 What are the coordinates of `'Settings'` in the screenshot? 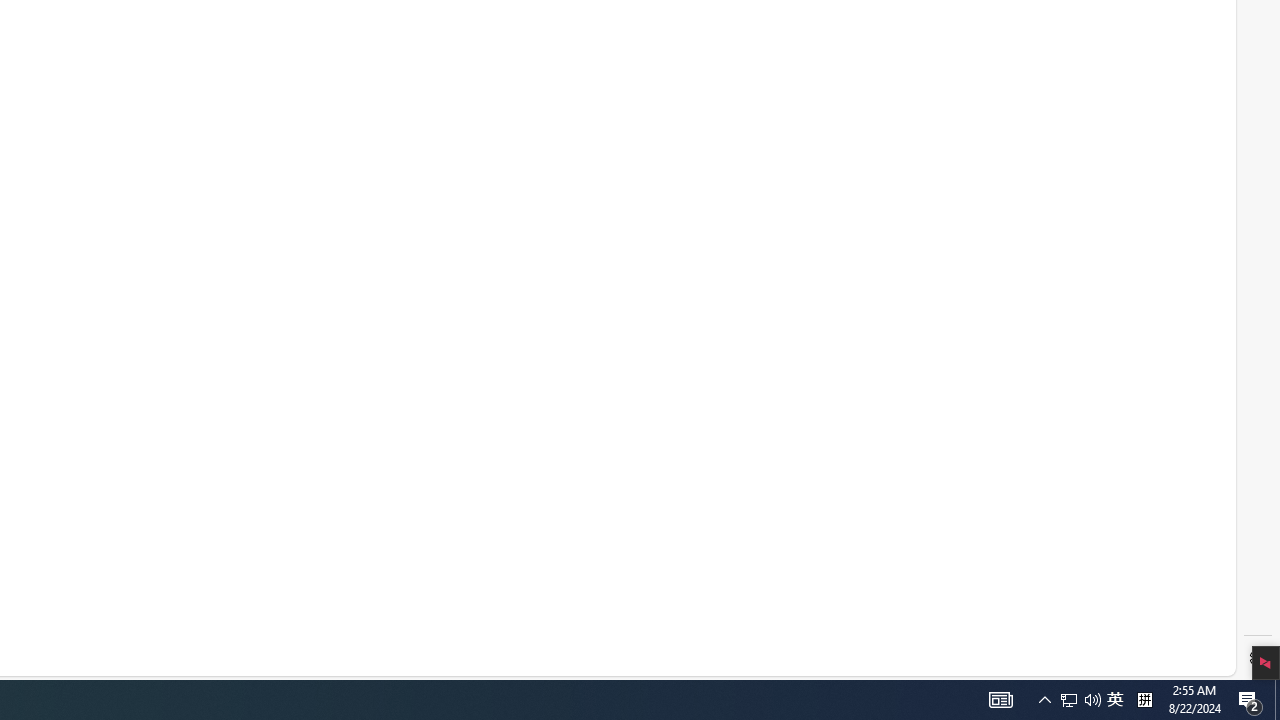 It's located at (1257, 658).